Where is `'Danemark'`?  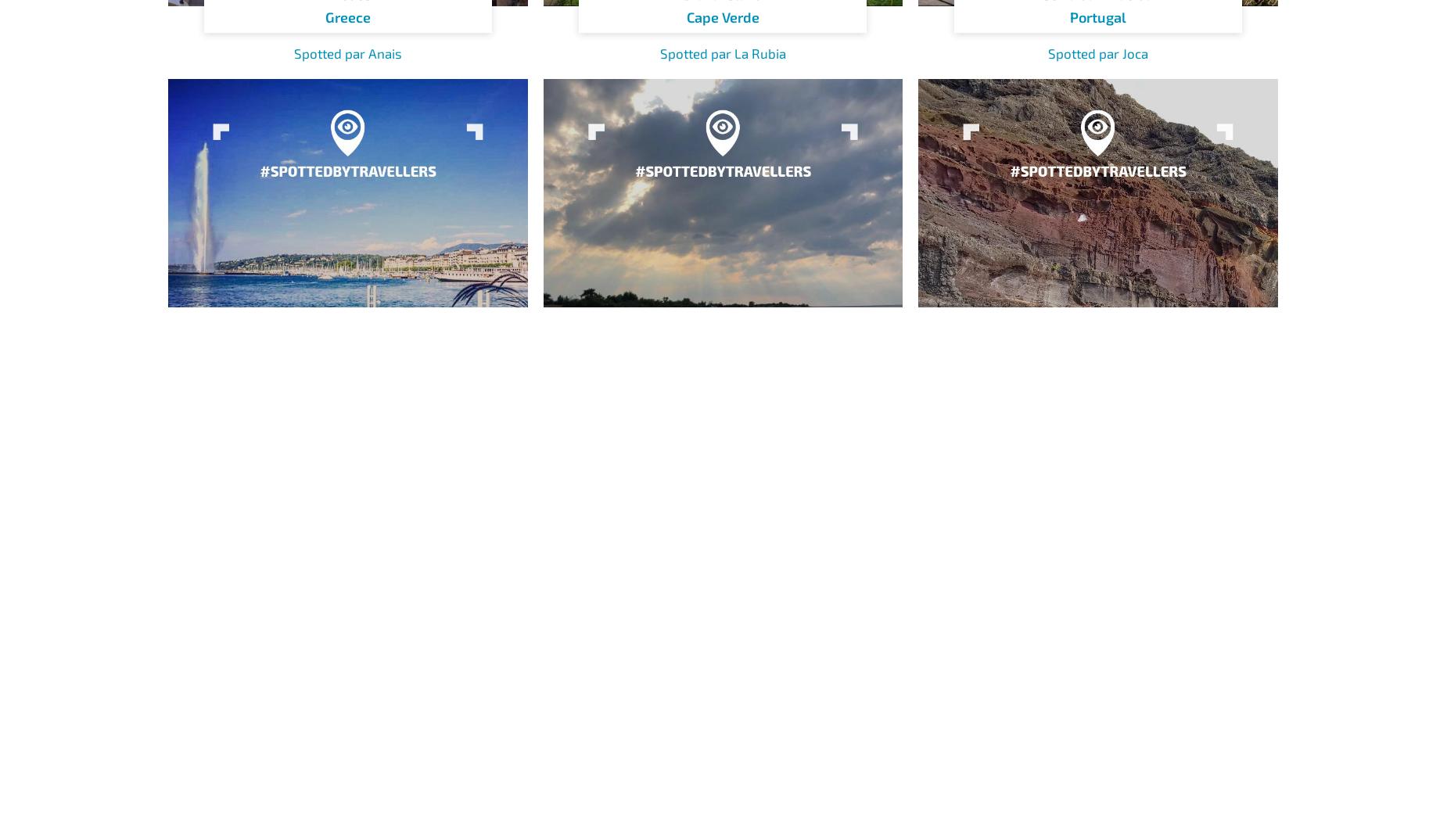
'Danemark' is located at coordinates (723, 448).